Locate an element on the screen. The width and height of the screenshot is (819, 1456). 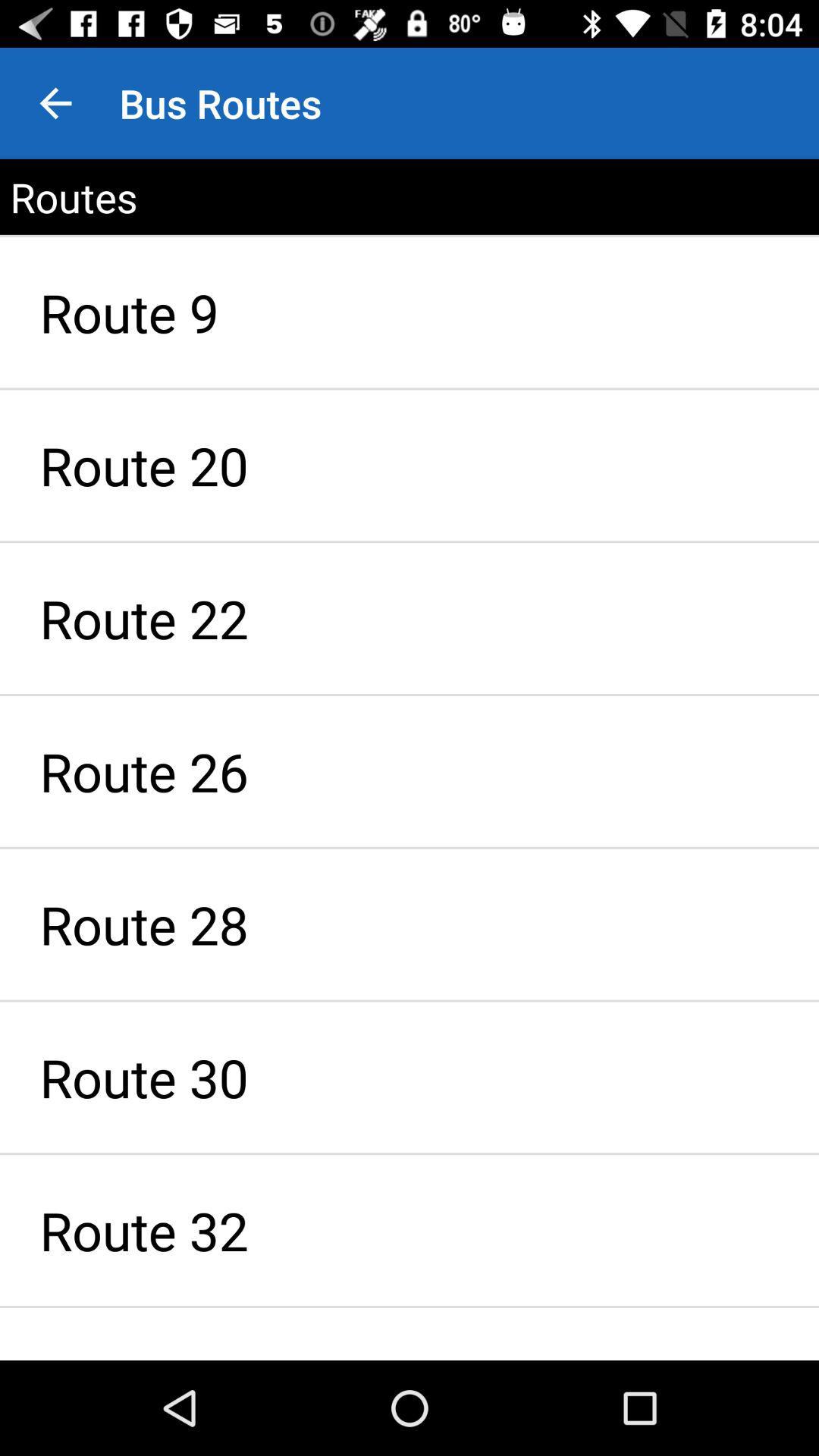
route 33 icon is located at coordinates (409, 1333).